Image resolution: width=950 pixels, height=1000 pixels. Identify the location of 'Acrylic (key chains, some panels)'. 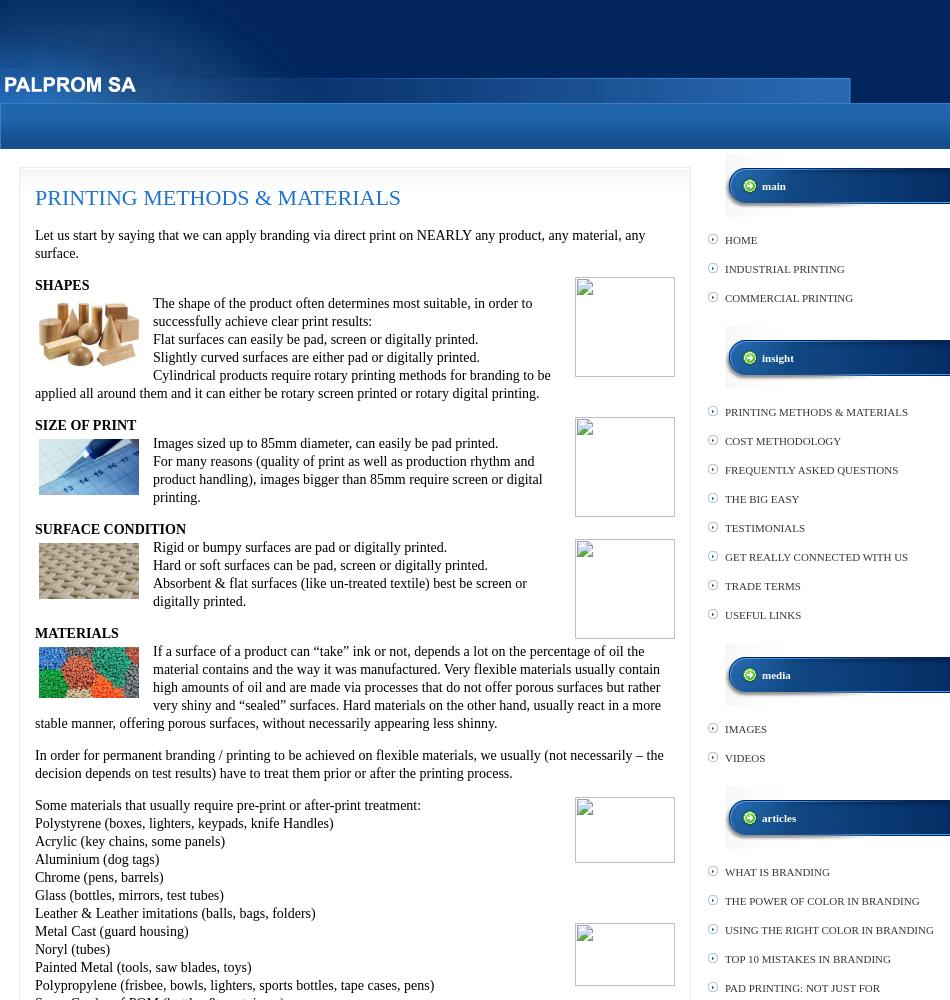
(129, 840).